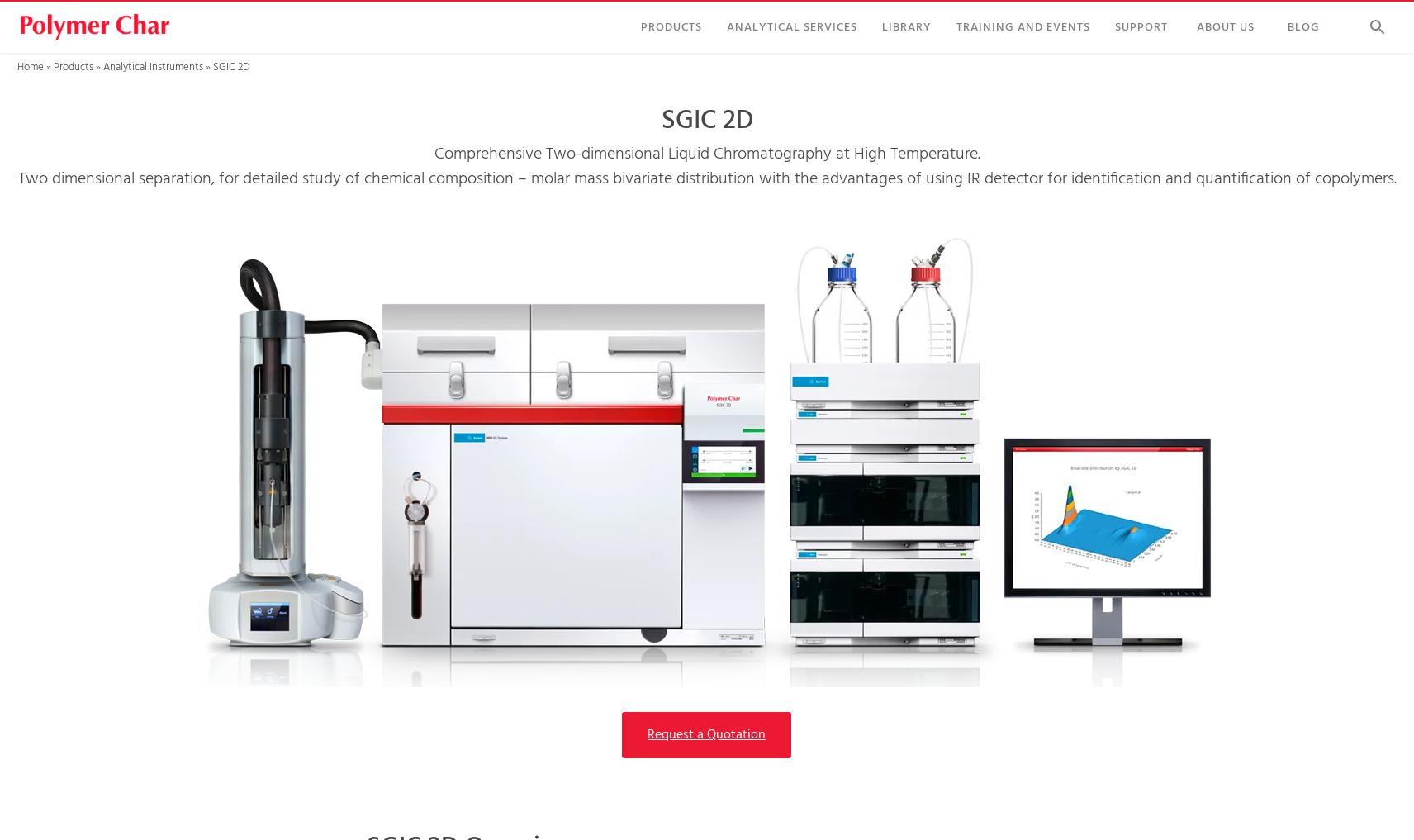 The width and height of the screenshot is (1414, 840). What do you see at coordinates (29, 67) in the screenshot?
I see `'Home'` at bounding box center [29, 67].